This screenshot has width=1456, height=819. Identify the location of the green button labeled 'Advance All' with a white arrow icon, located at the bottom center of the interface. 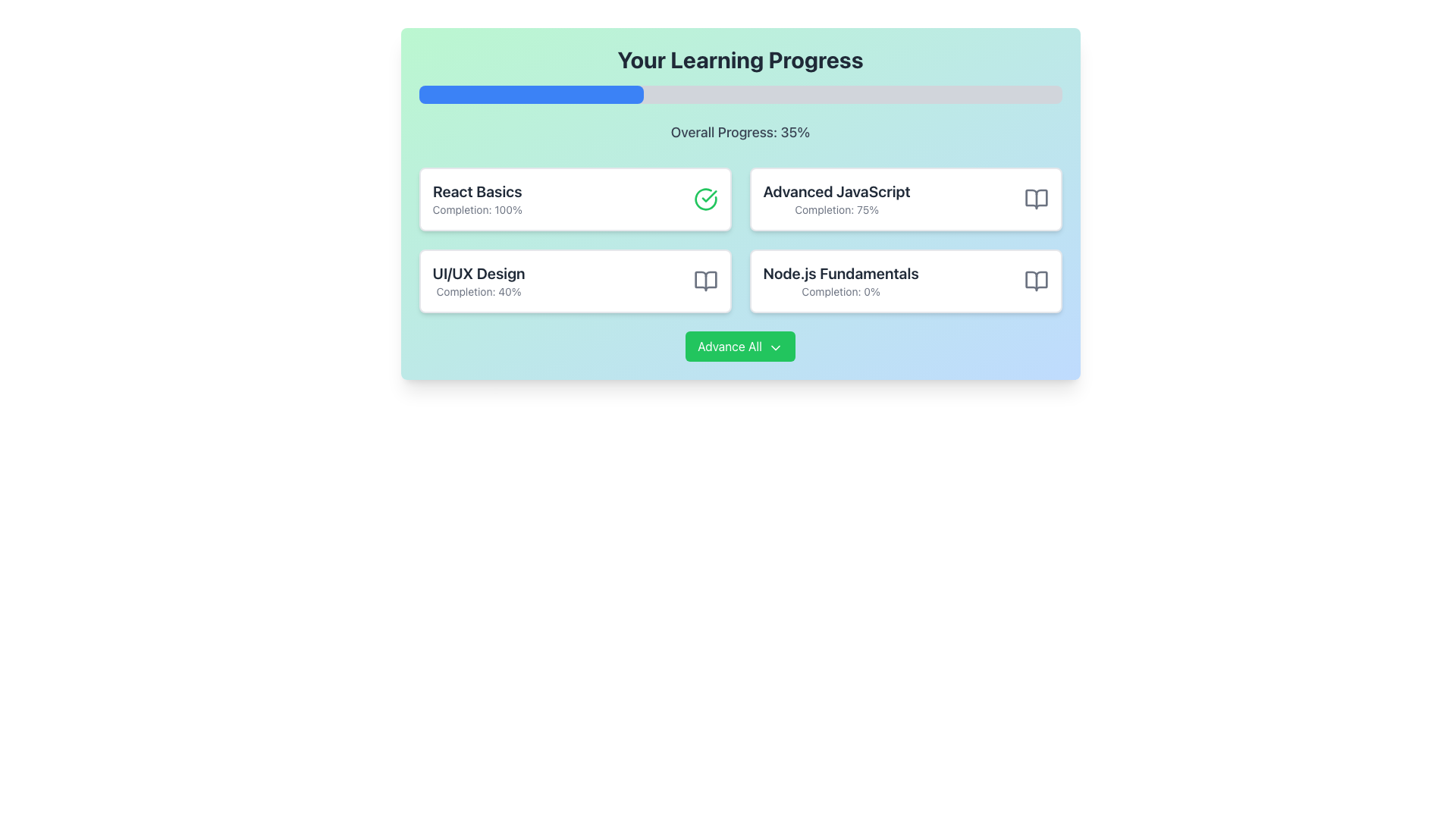
(740, 346).